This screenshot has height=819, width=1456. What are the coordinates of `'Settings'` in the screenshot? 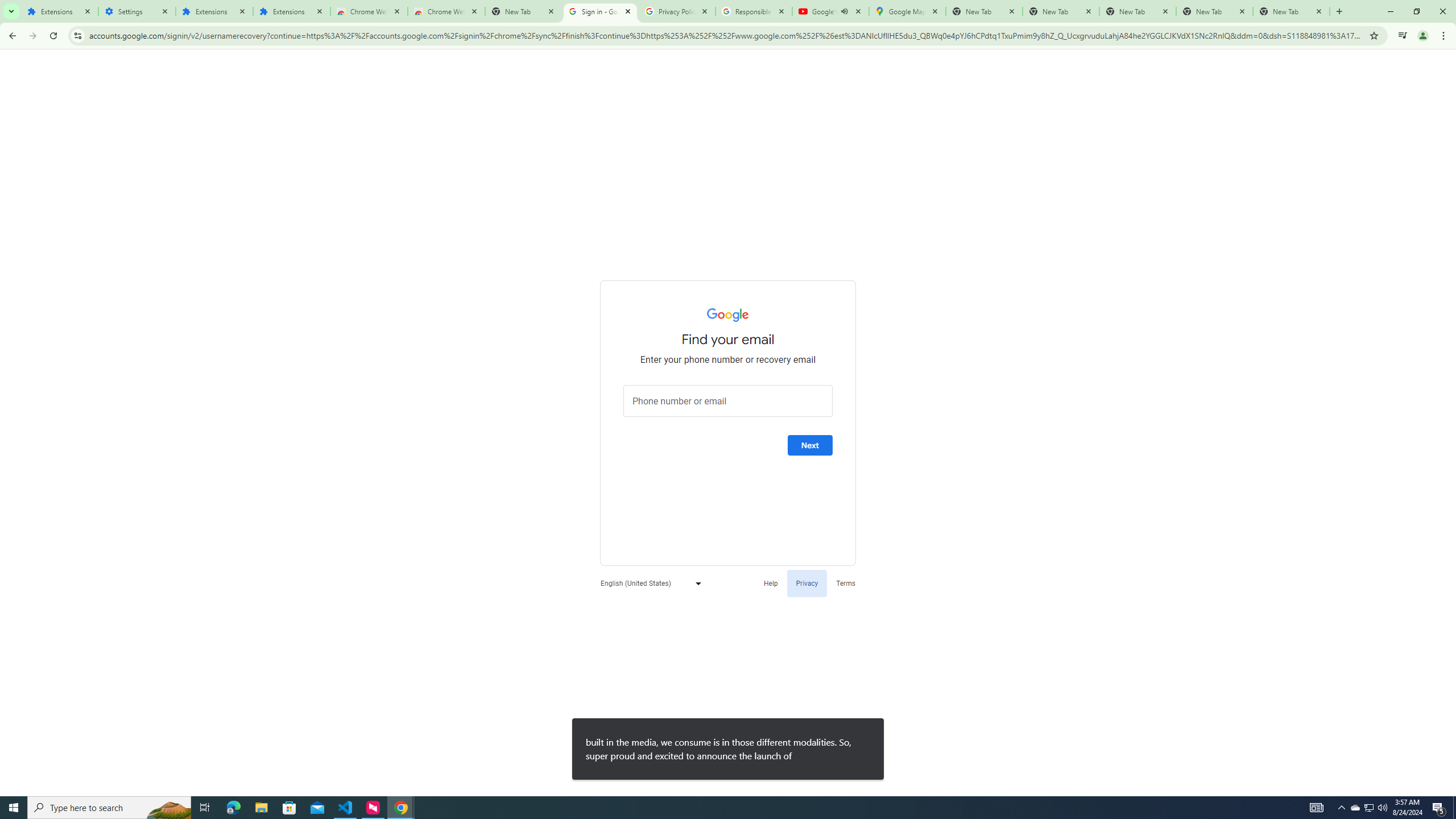 It's located at (136, 11).